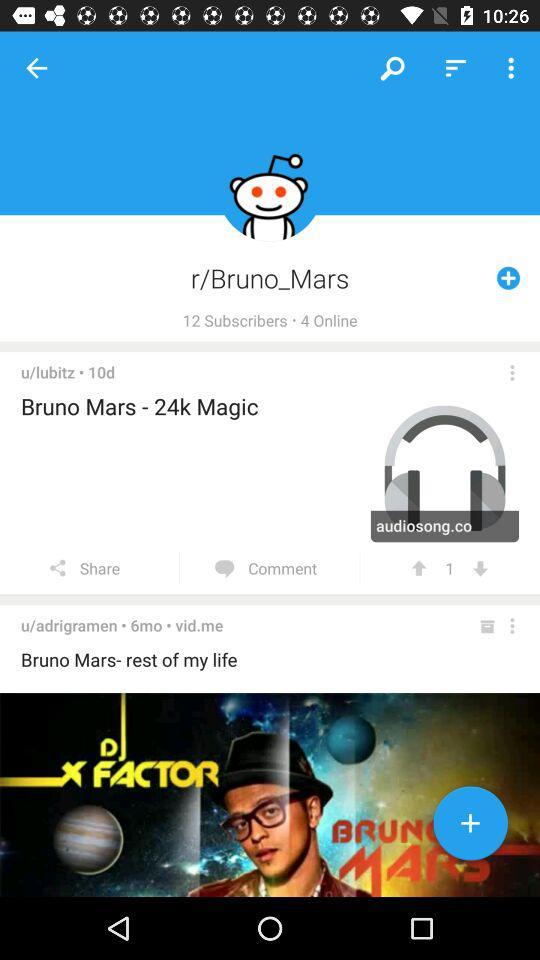  I want to click on the item next to 1, so click(479, 568).